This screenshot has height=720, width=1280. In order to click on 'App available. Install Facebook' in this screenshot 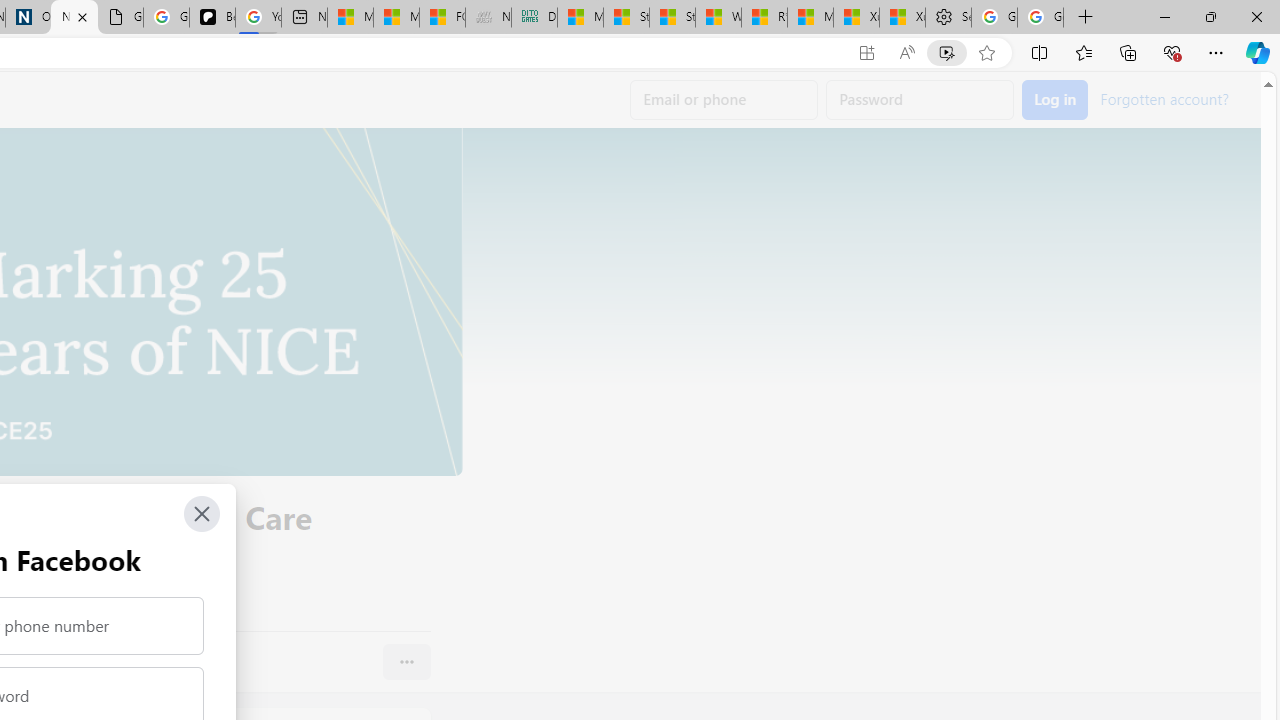, I will do `click(867, 52)`.